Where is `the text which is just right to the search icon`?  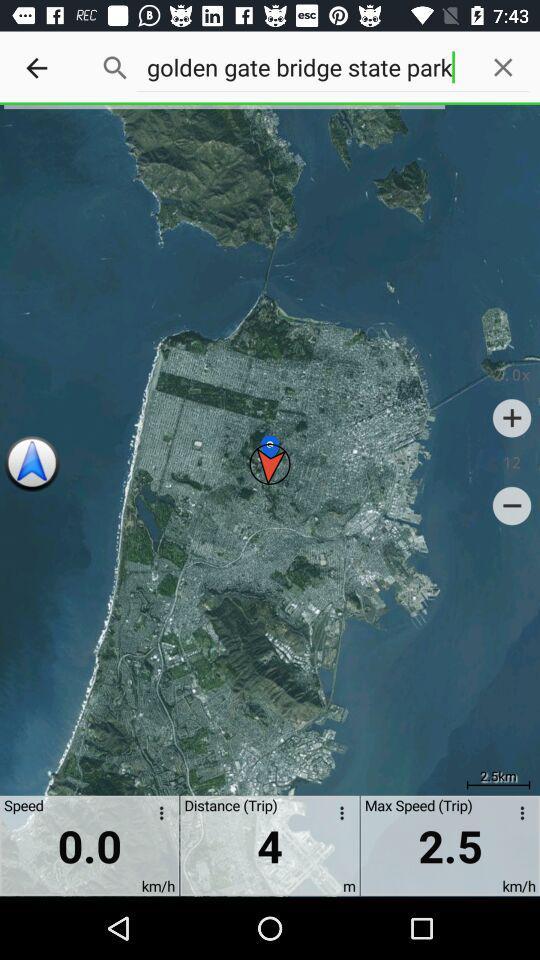 the text which is just right to the search icon is located at coordinates (417, 72).